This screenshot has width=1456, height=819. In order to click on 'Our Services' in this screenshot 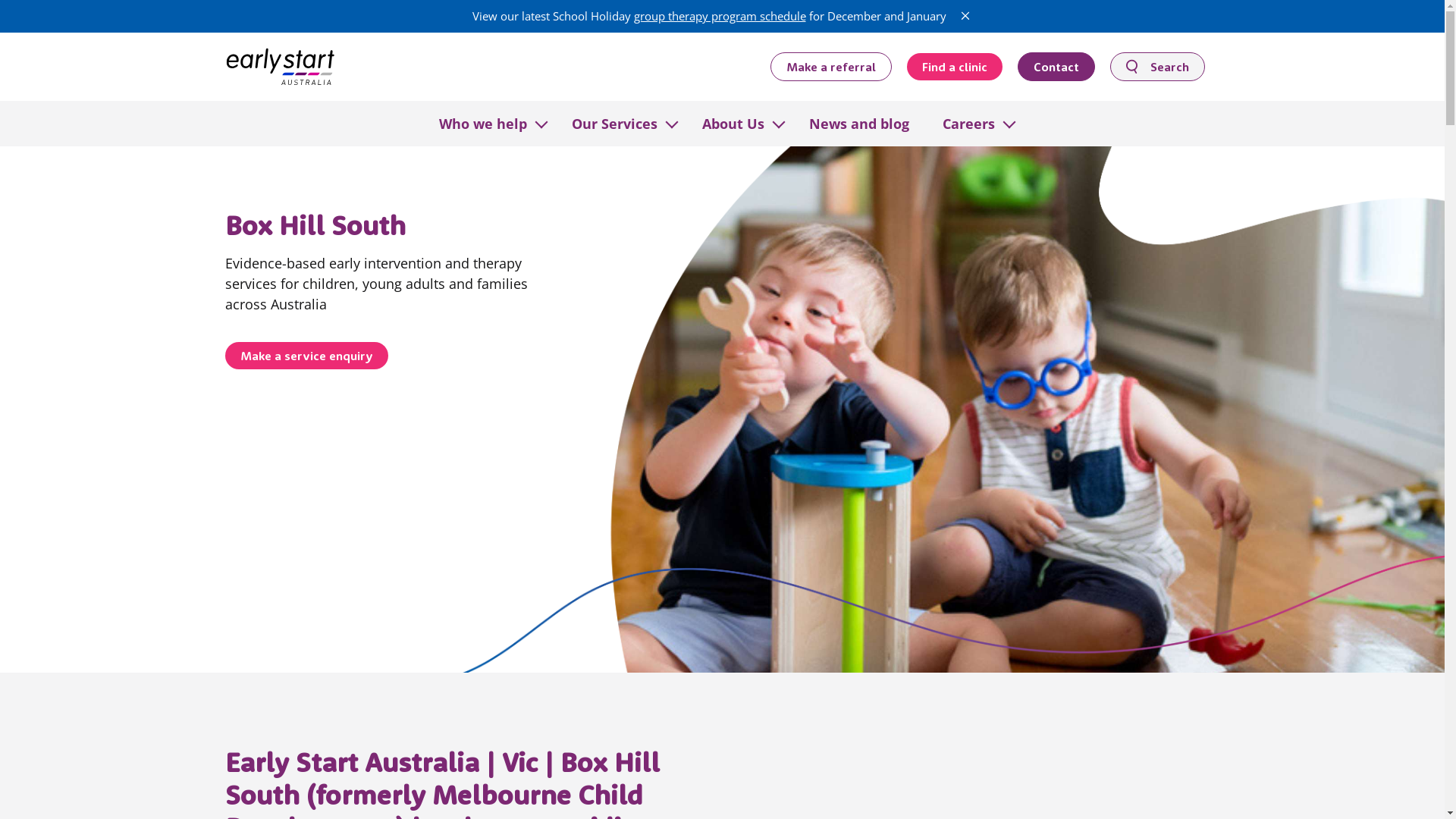, I will do `click(614, 122)`.